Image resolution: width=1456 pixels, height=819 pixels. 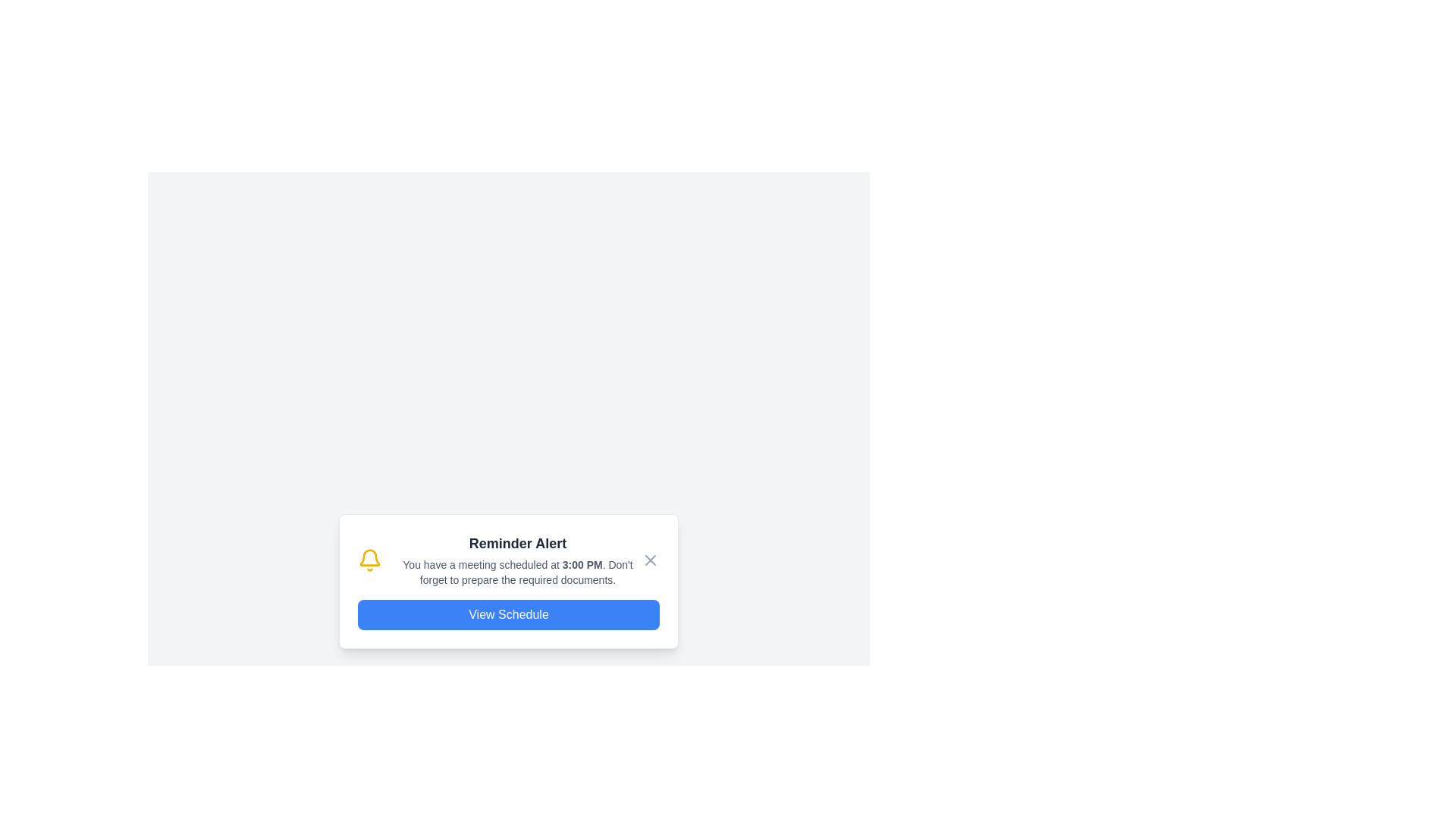 I want to click on the yellow bell icon representing notifications, which is located to the left of the 'Reminder Alert' text in the modal dialogue box, so click(x=370, y=560).